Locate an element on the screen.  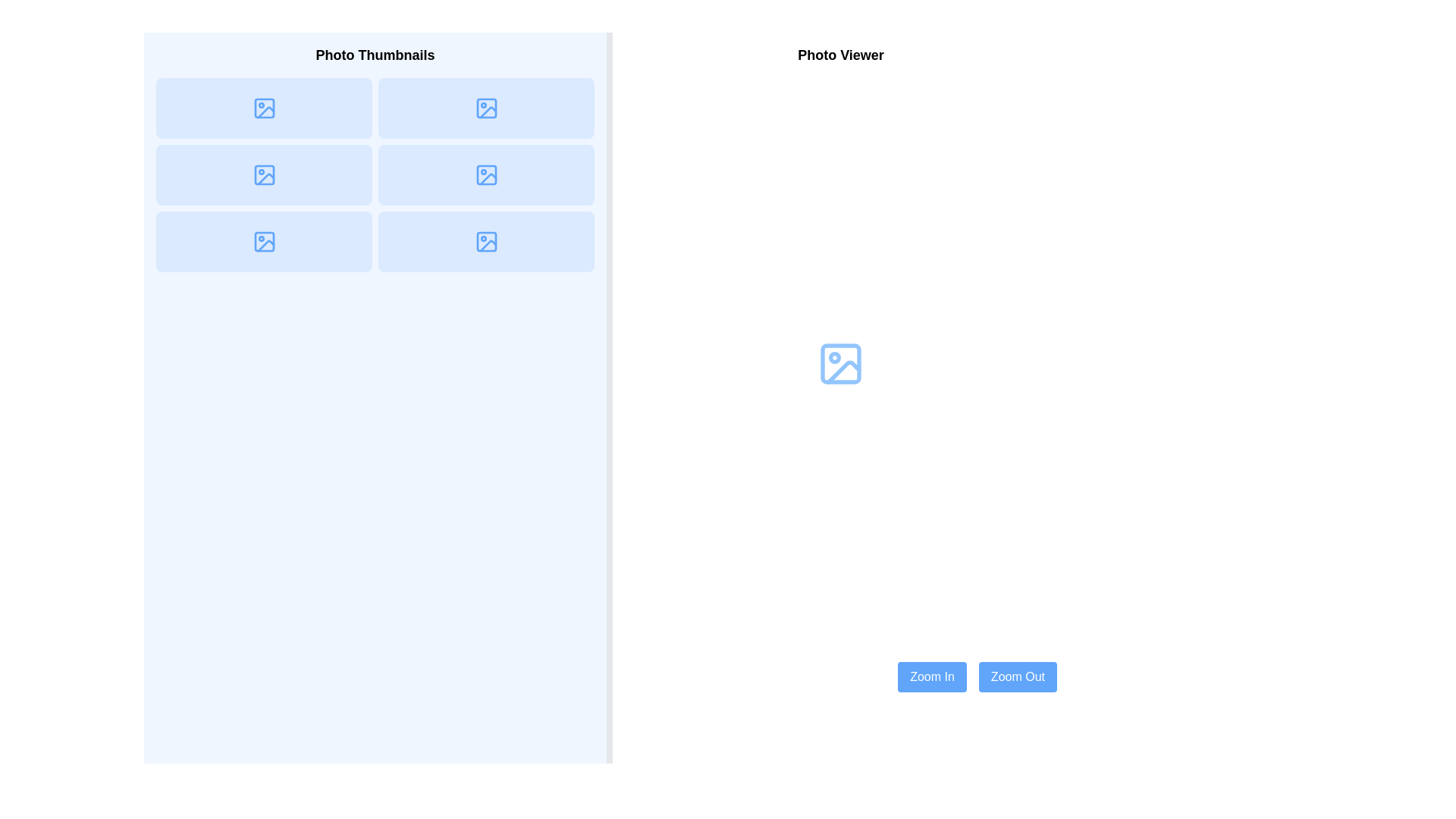
the photo thumbnail icon located in the bottom row, first column of the 'Photo Thumbnails' grid is located at coordinates (264, 241).